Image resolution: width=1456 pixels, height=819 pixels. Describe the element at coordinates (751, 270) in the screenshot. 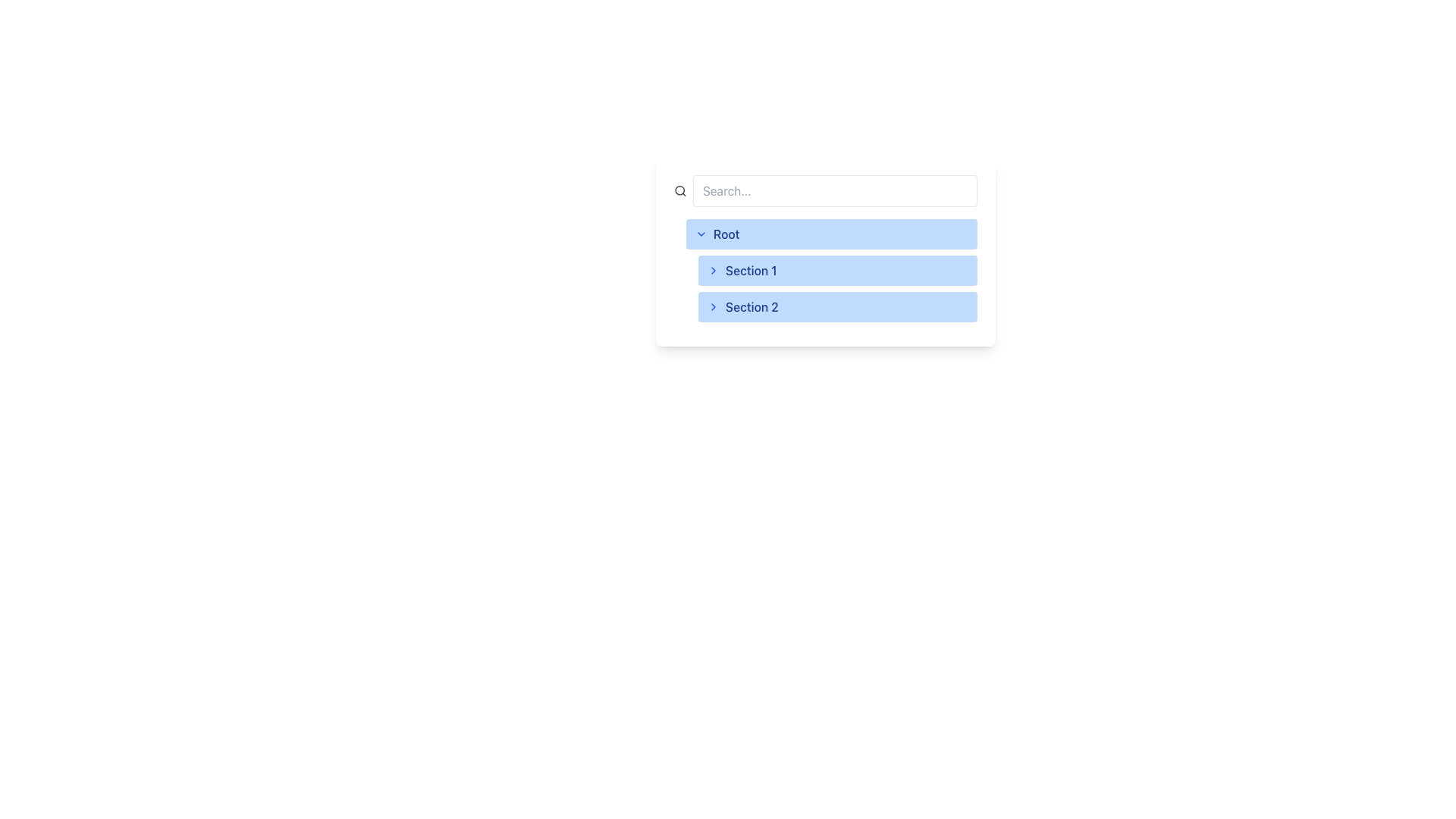

I see `the 'Section 1' text label` at that location.